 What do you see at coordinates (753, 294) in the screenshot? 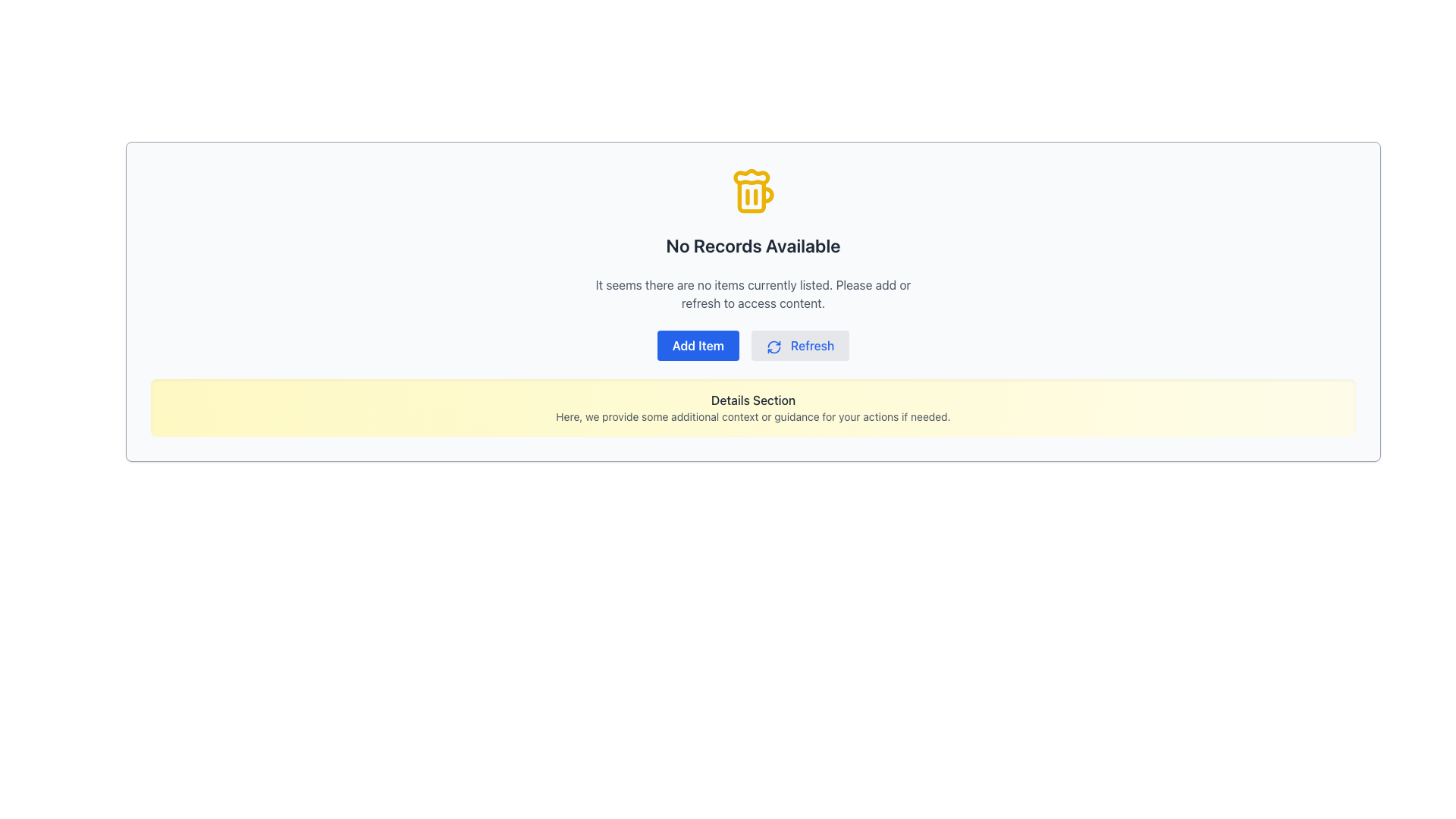
I see `the centered text element displaying the message: 'It seems there are no items currently listed. Please add or refresh to access content.'` at bounding box center [753, 294].